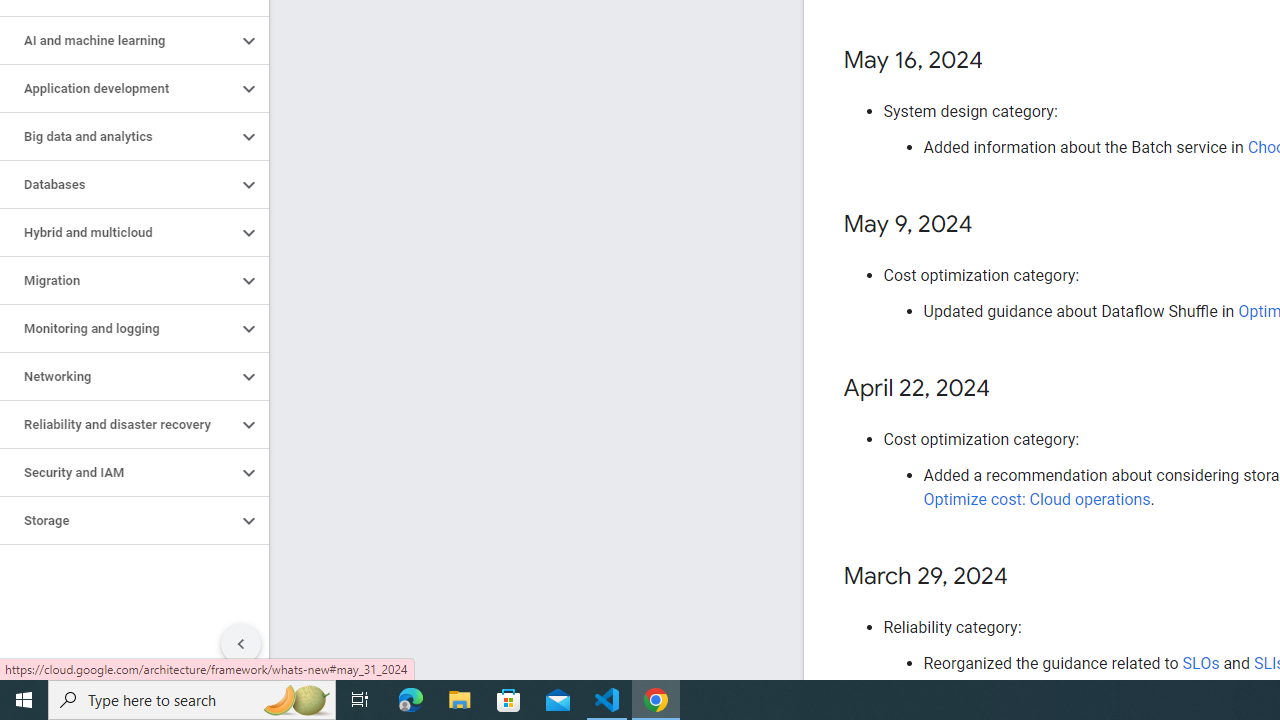 This screenshot has height=720, width=1280. Describe the element at coordinates (117, 328) in the screenshot. I see `'Monitoring and logging'` at that location.